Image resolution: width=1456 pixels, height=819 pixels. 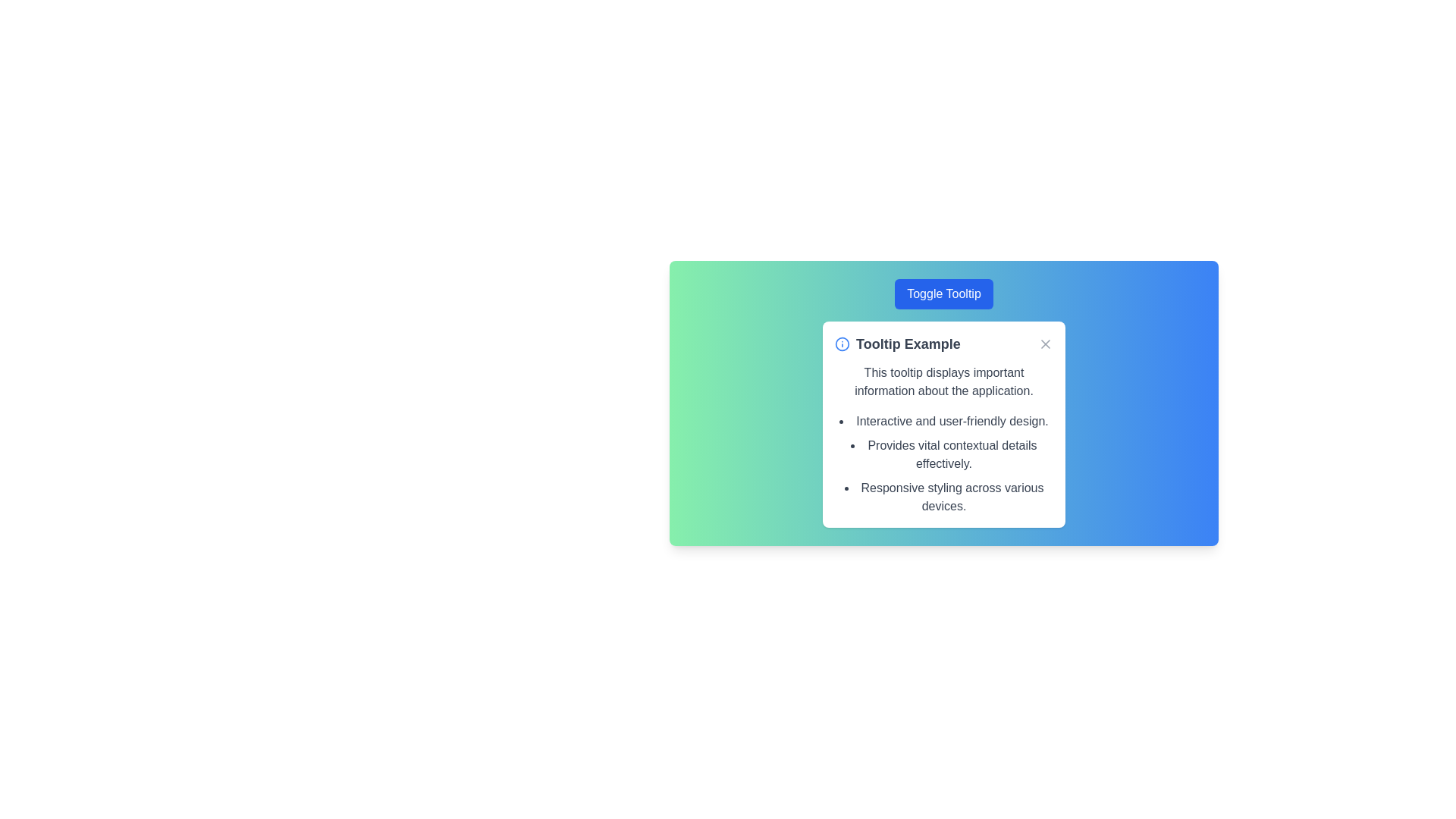 I want to click on context from the 'Tooltip Example' header, which includes an information icon and a close button on the right, so click(x=943, y=344).